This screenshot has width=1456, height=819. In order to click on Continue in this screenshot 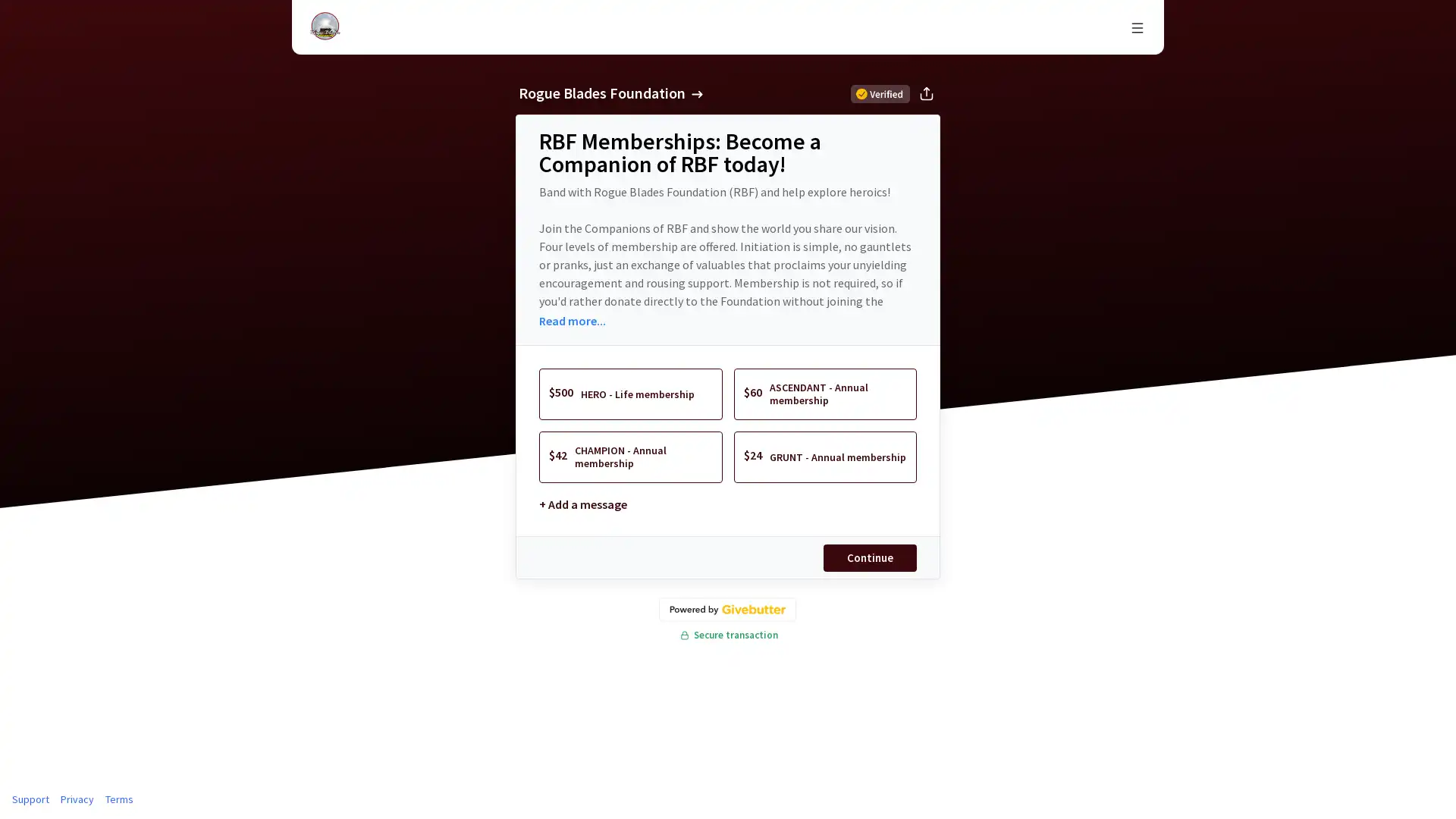, I will do `click(870, 558)`.